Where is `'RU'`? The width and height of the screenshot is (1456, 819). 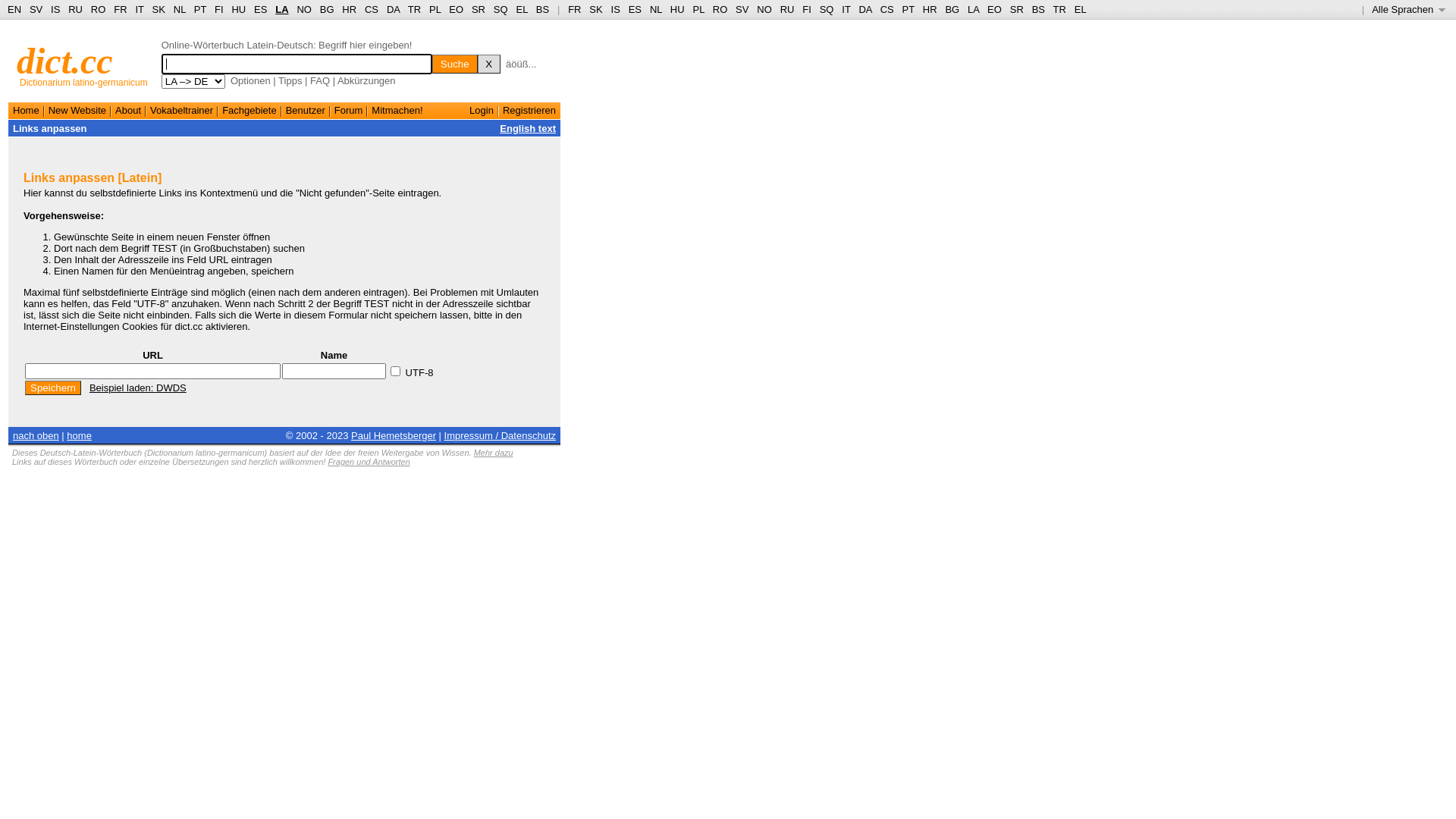 'RU' is located at coordinates (74, 9).